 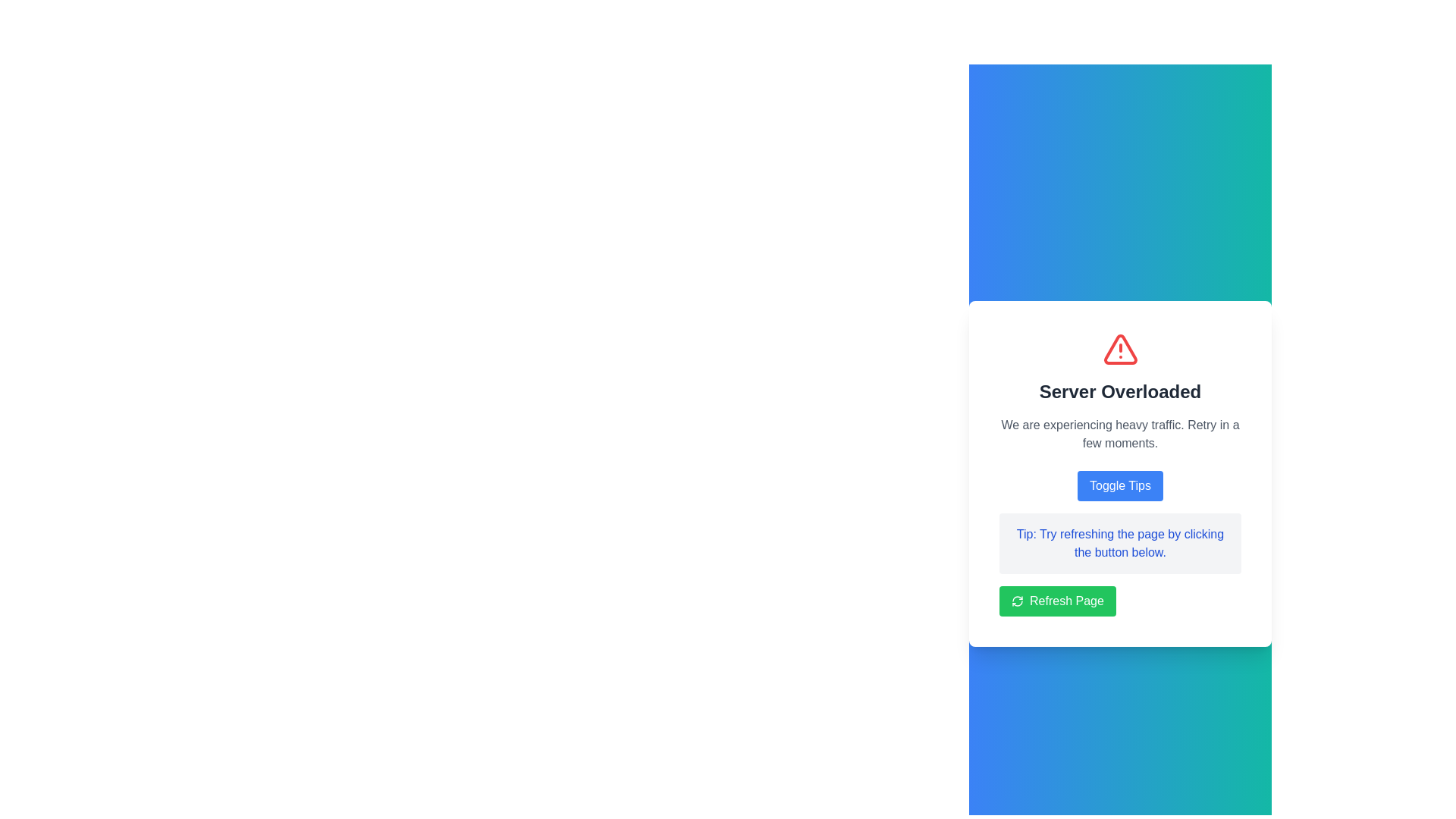 What do you see at coordinates (1120, 543) in the screenshot?
I see `the text label that displays the message 'Tip: Try refreshing the page by clicking the button below.' which is styled in blue font against a slightly grayed background` at bounding box center [1120, 543].